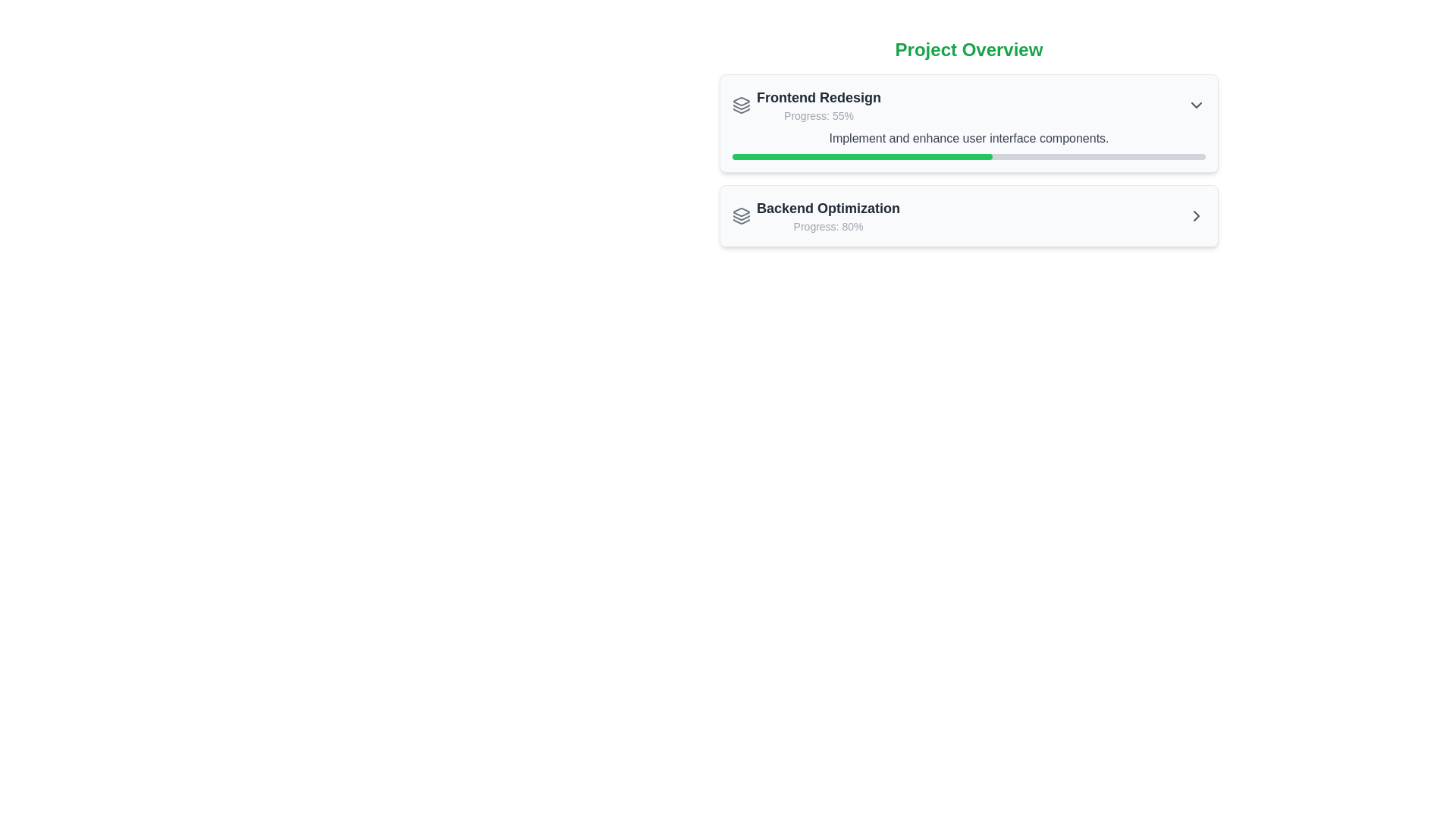  I want to click on the small gray icon resembling layered sheets located to the left of the 'Frontend Redesign' text, so click(742, 104).